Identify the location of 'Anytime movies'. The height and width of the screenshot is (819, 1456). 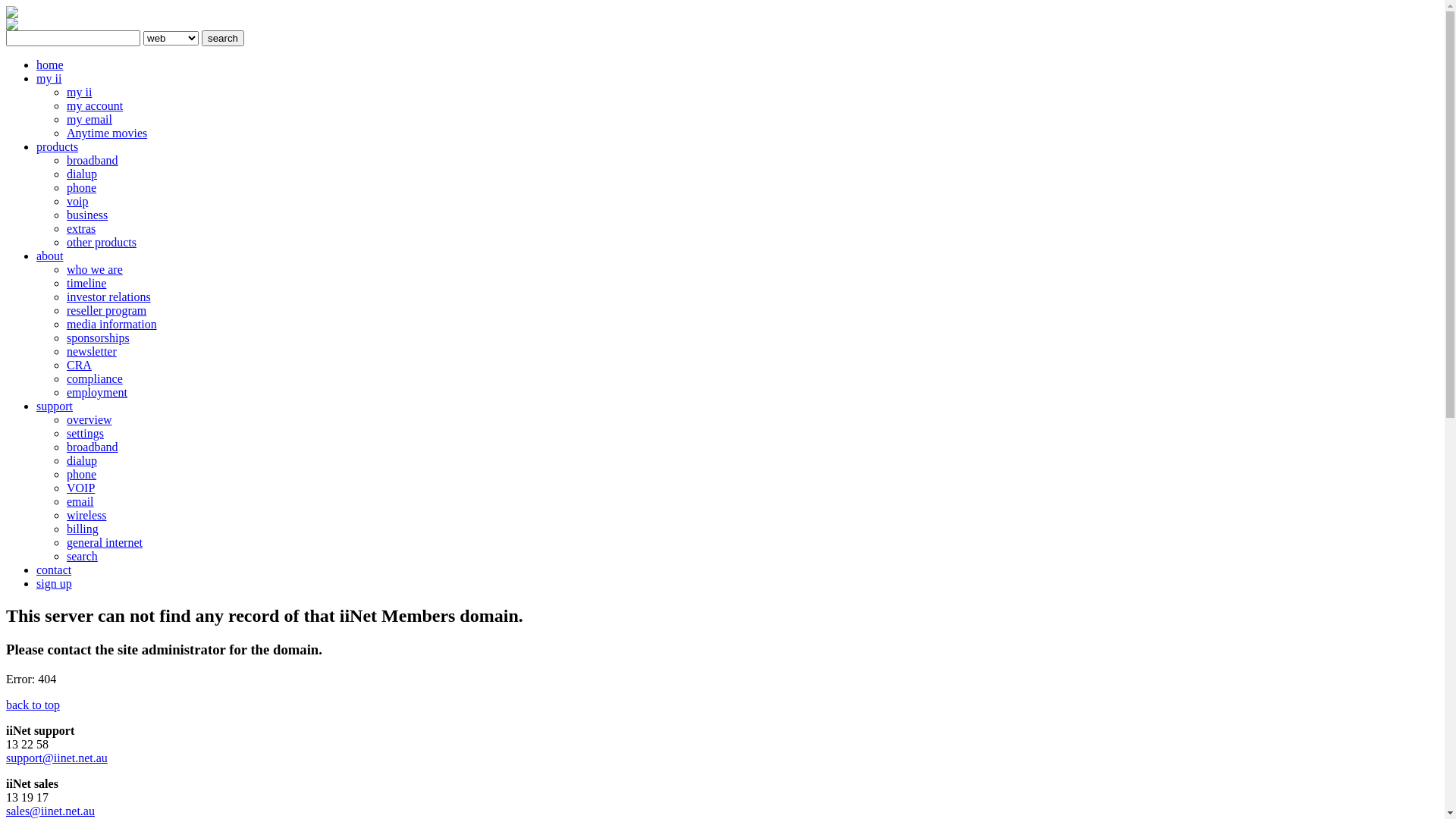
(65, 132).